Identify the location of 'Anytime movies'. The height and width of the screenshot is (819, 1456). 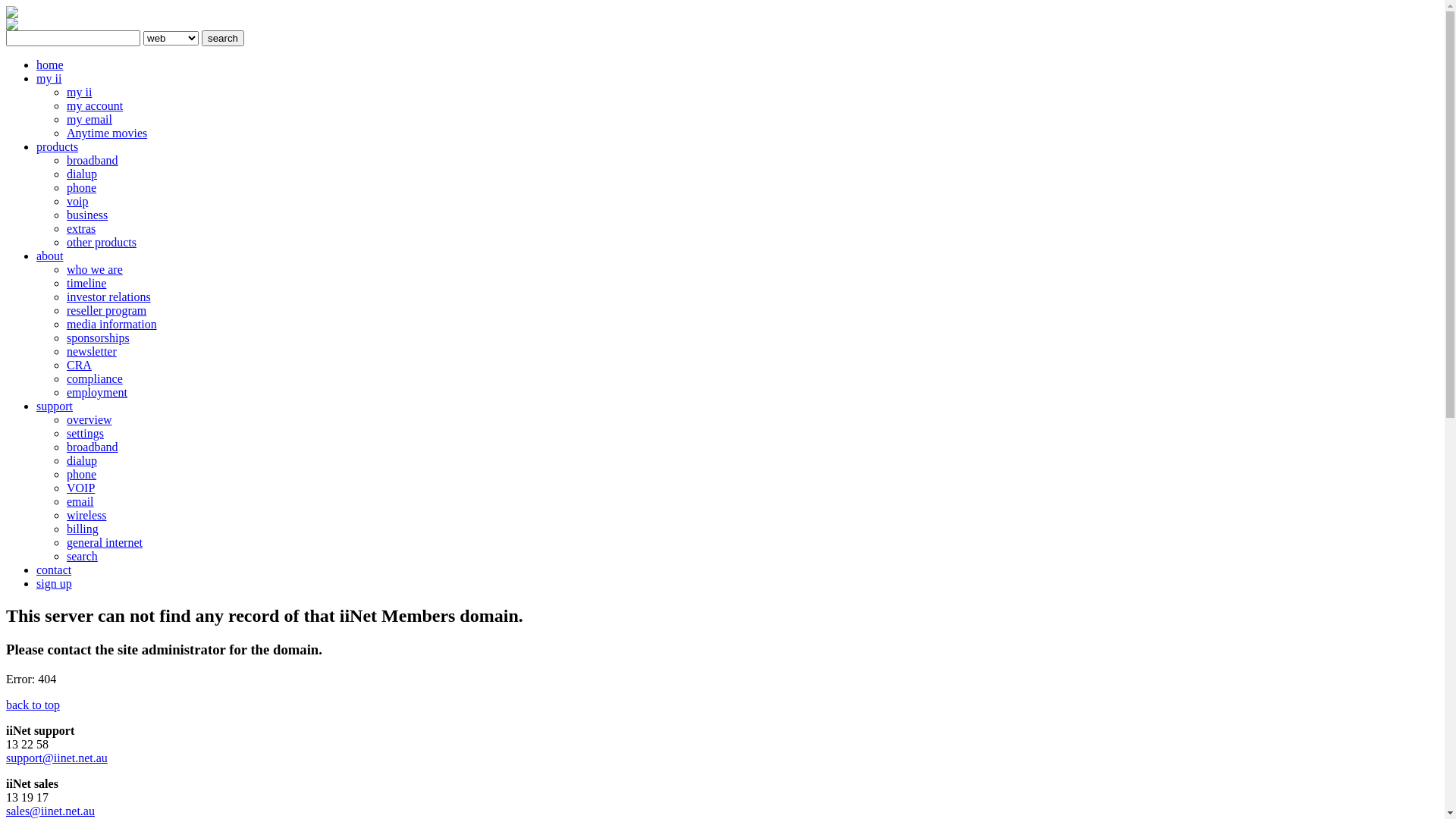
(65, 132).